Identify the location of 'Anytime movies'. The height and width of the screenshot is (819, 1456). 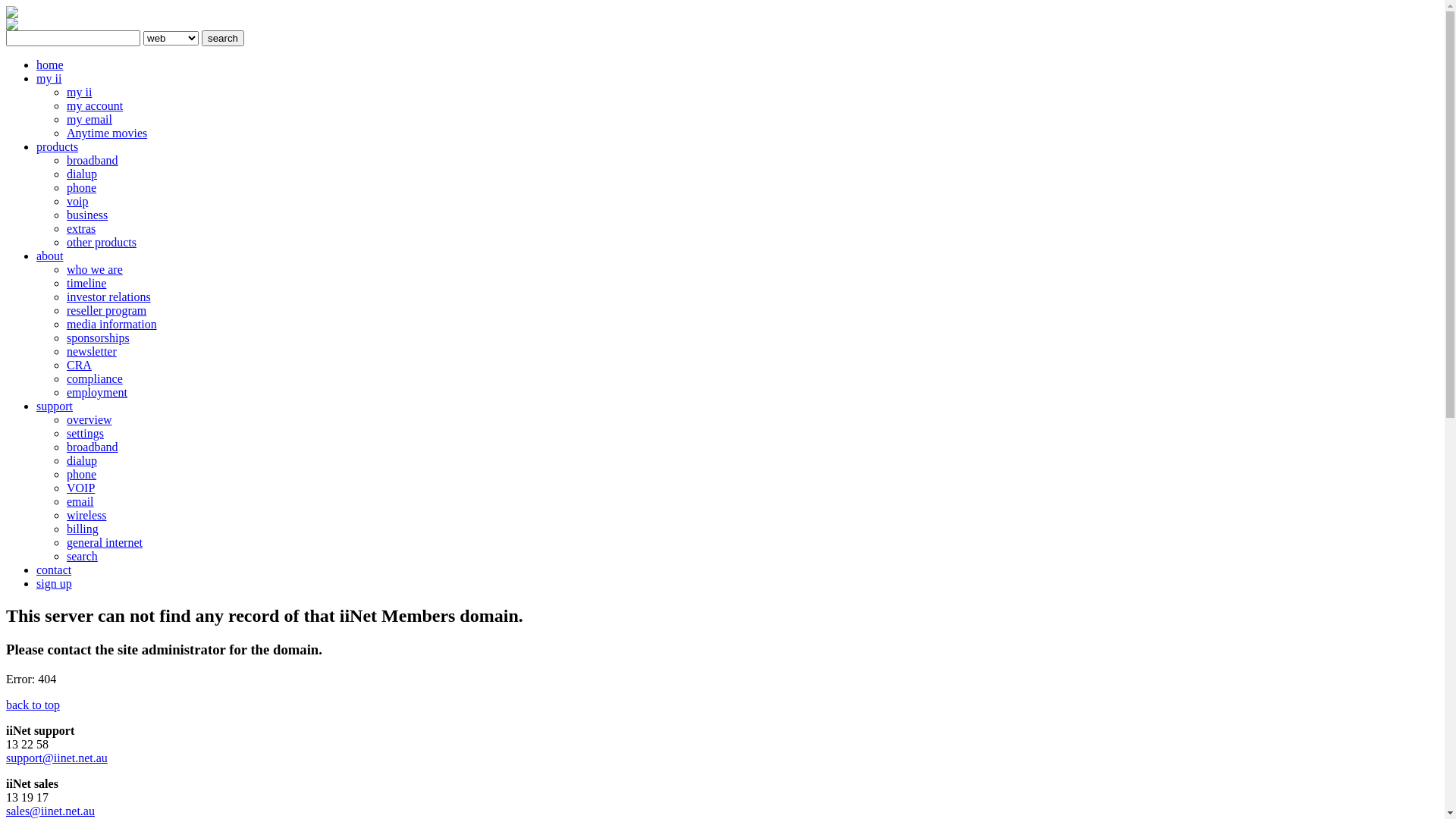
(65, 132).